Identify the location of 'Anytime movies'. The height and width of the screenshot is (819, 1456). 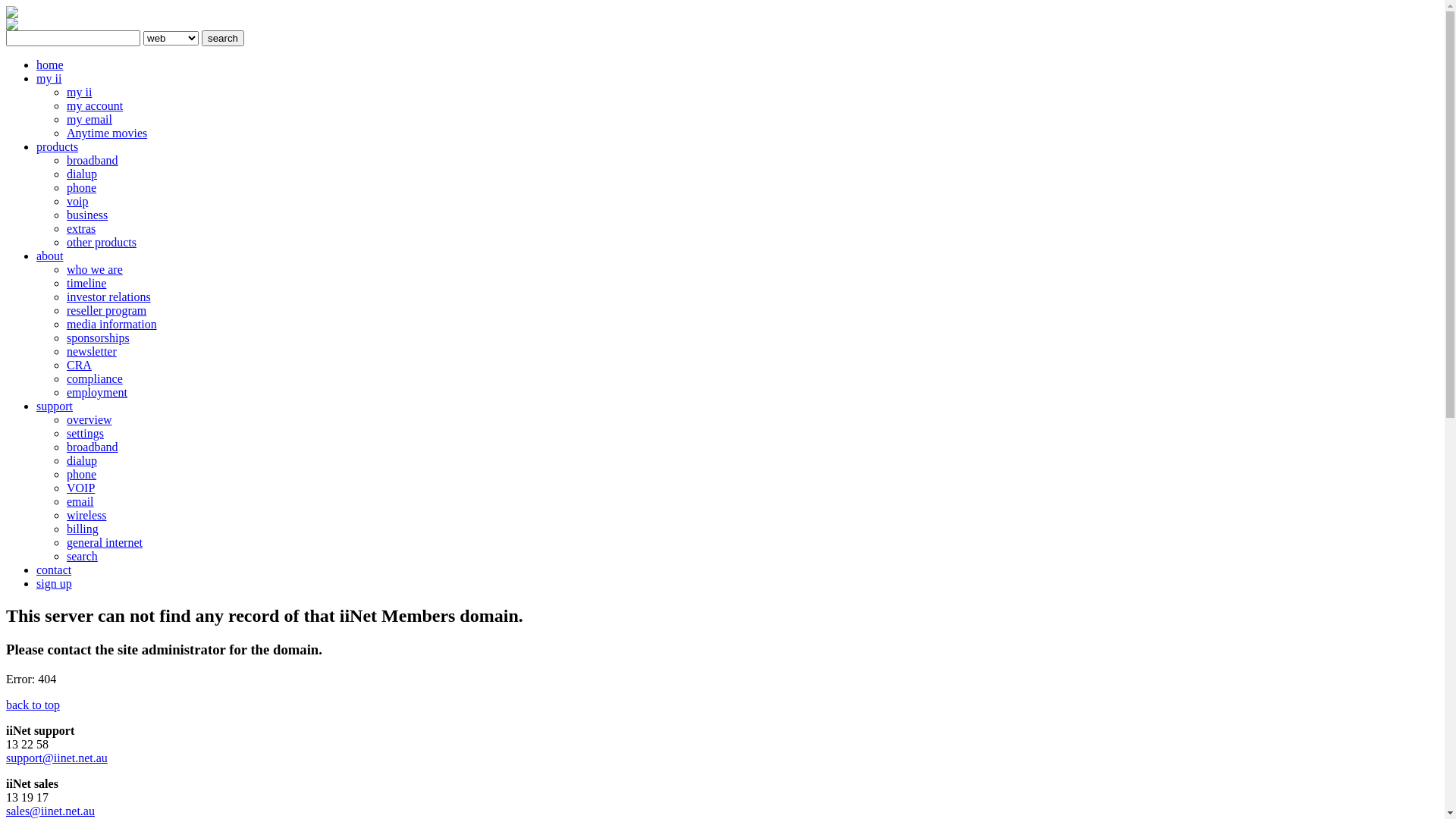
(65, 132).